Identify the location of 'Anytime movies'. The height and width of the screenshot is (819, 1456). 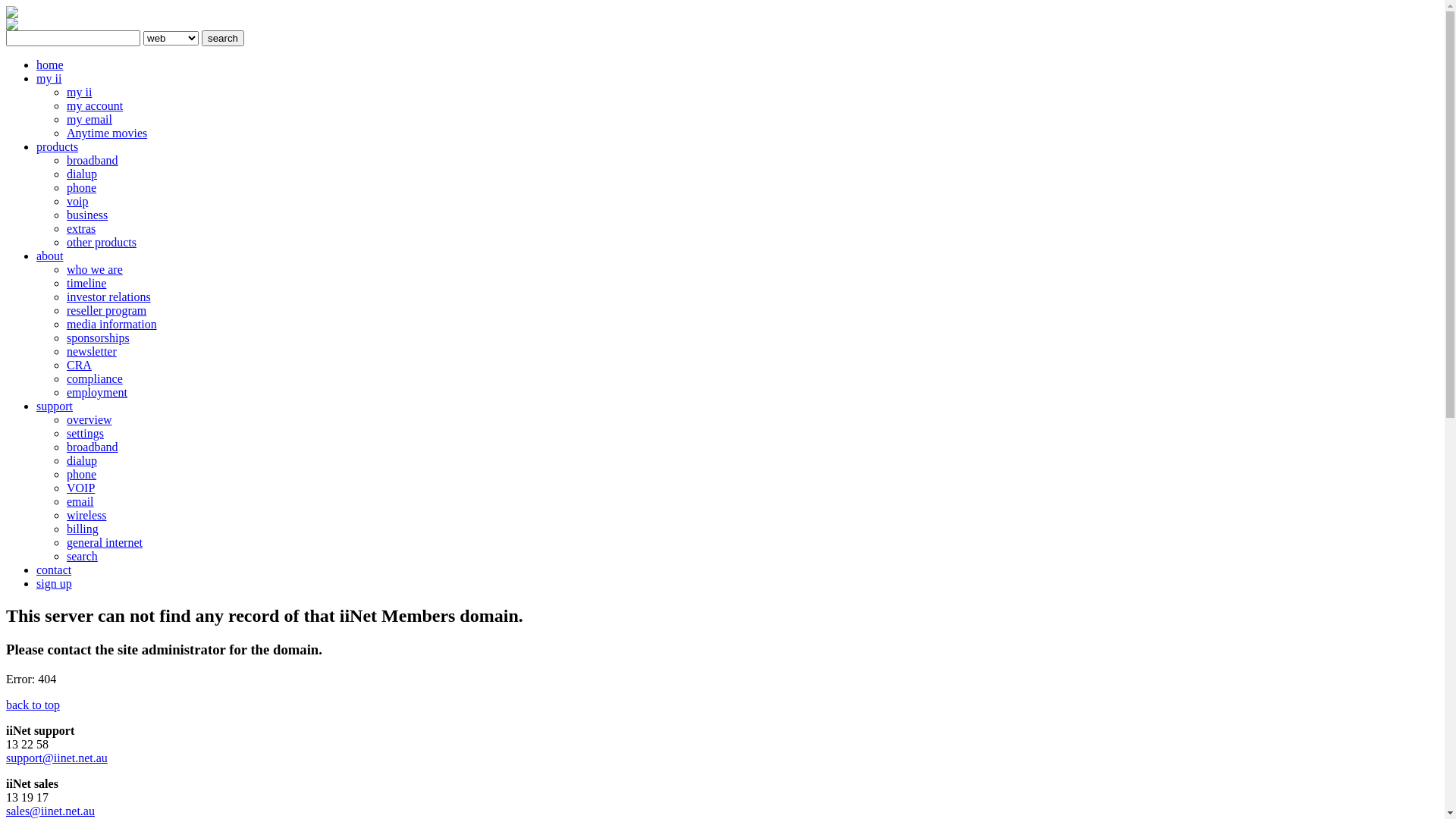
(65, 132).